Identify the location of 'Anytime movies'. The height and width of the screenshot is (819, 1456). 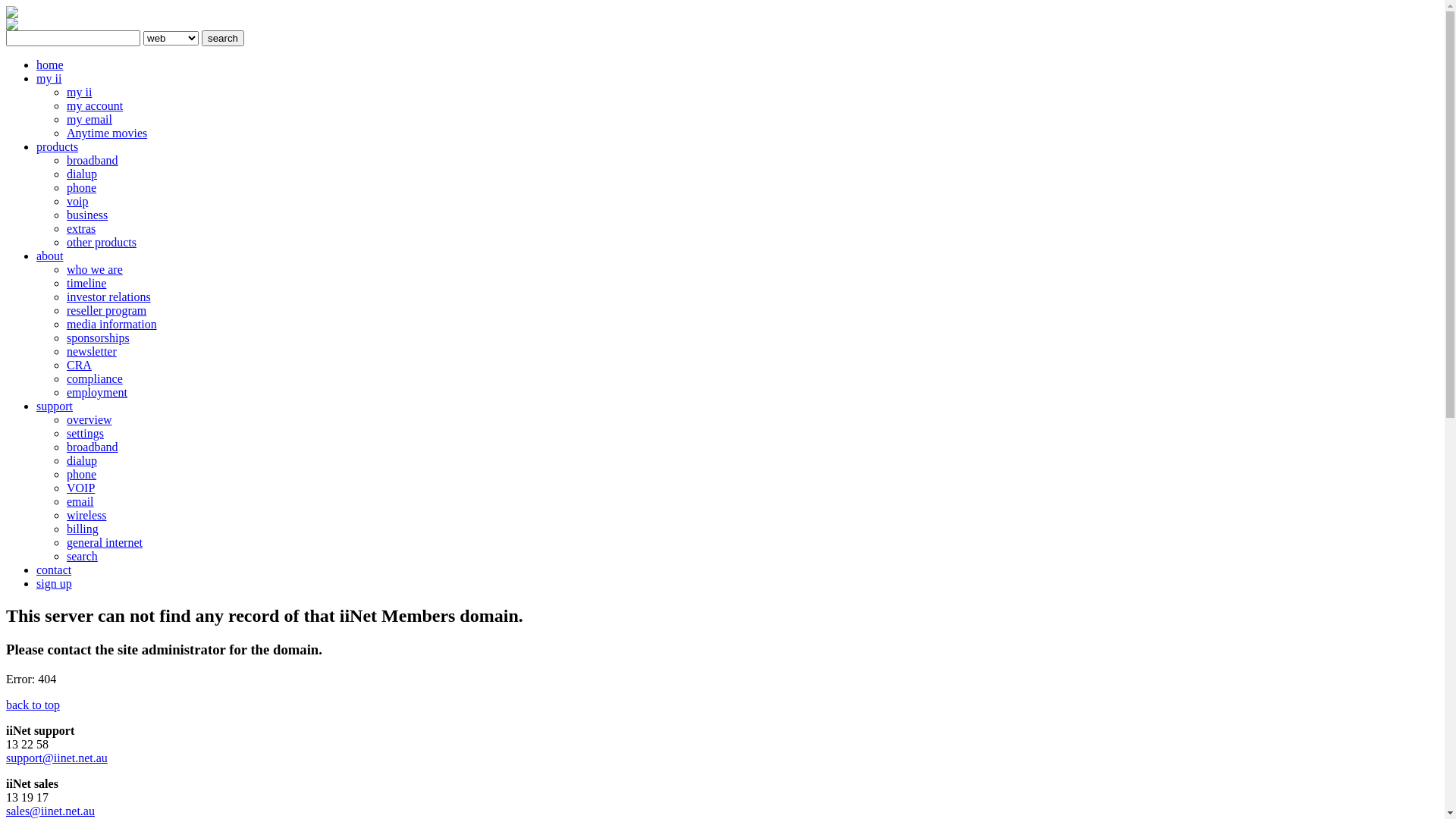
(65, 132).